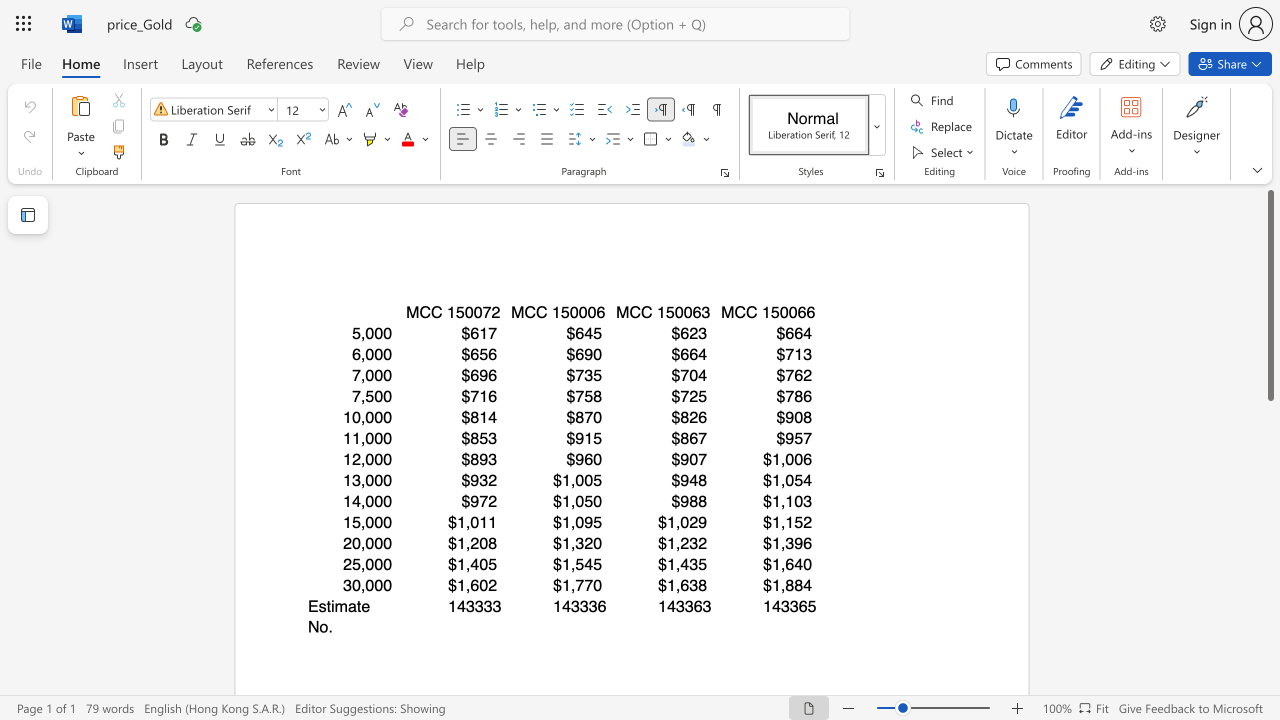 The height and width of the screenshot is (720, 1280). What do you see at coordinates (1269, 570) in the screenshot?
I see `the scrollbar on the side` at bounding box center [1269, 570].